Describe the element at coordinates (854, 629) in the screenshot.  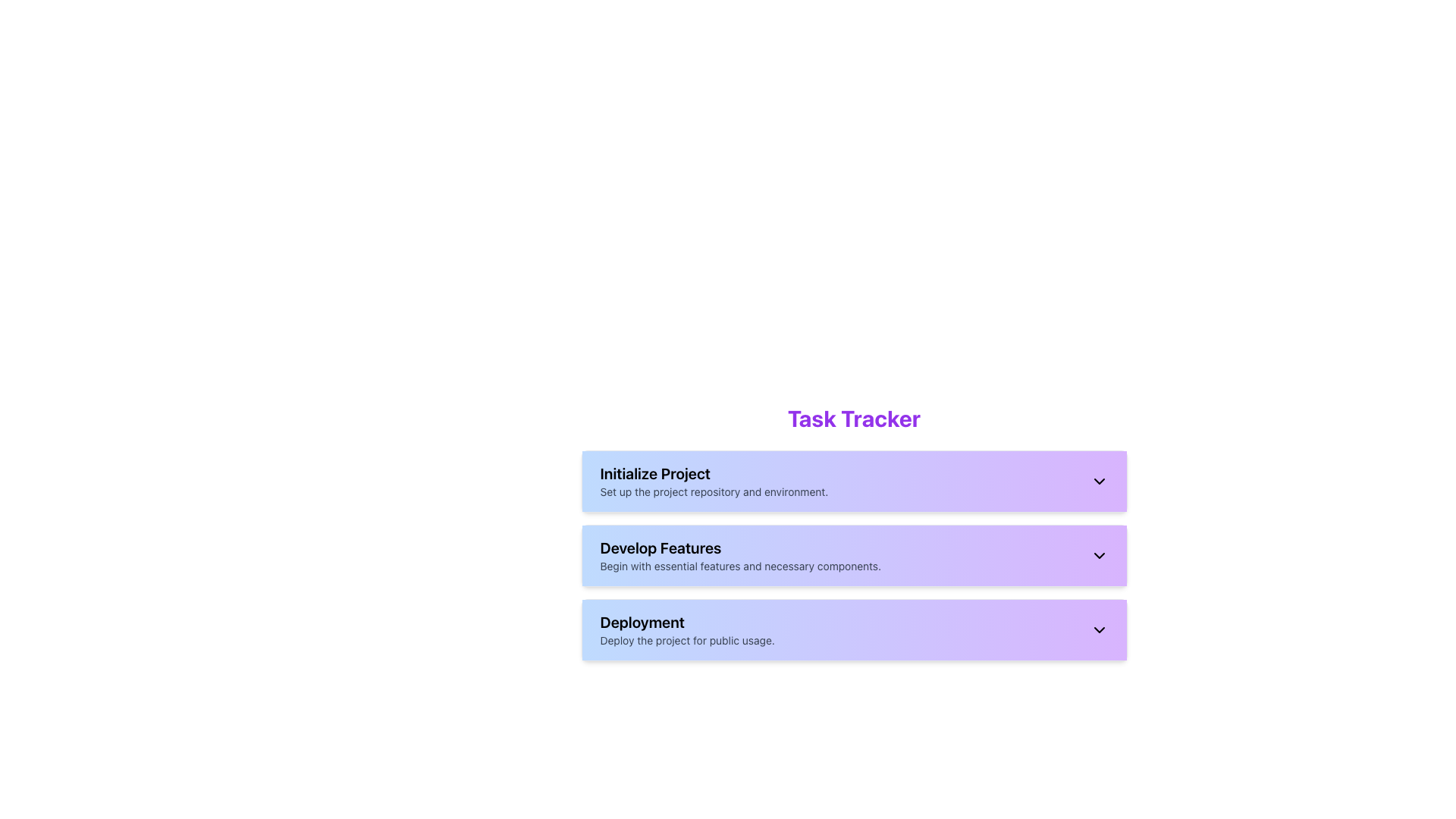
I see `the prominent rectangular button labeled 'Deployment' with a gradient background transitioning from blue to purple to interact with it` at that location.